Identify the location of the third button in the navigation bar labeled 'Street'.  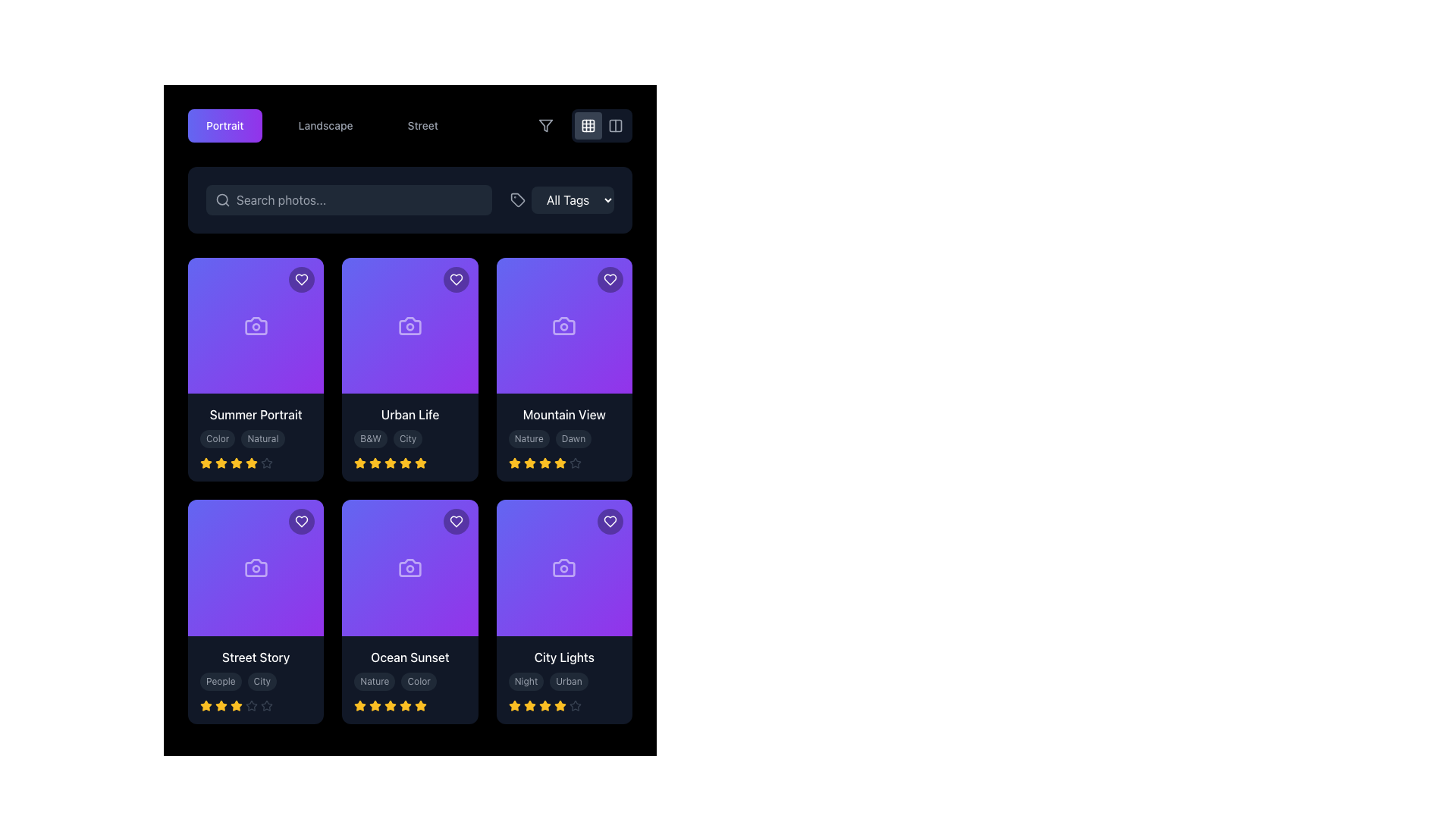
(410, 124).